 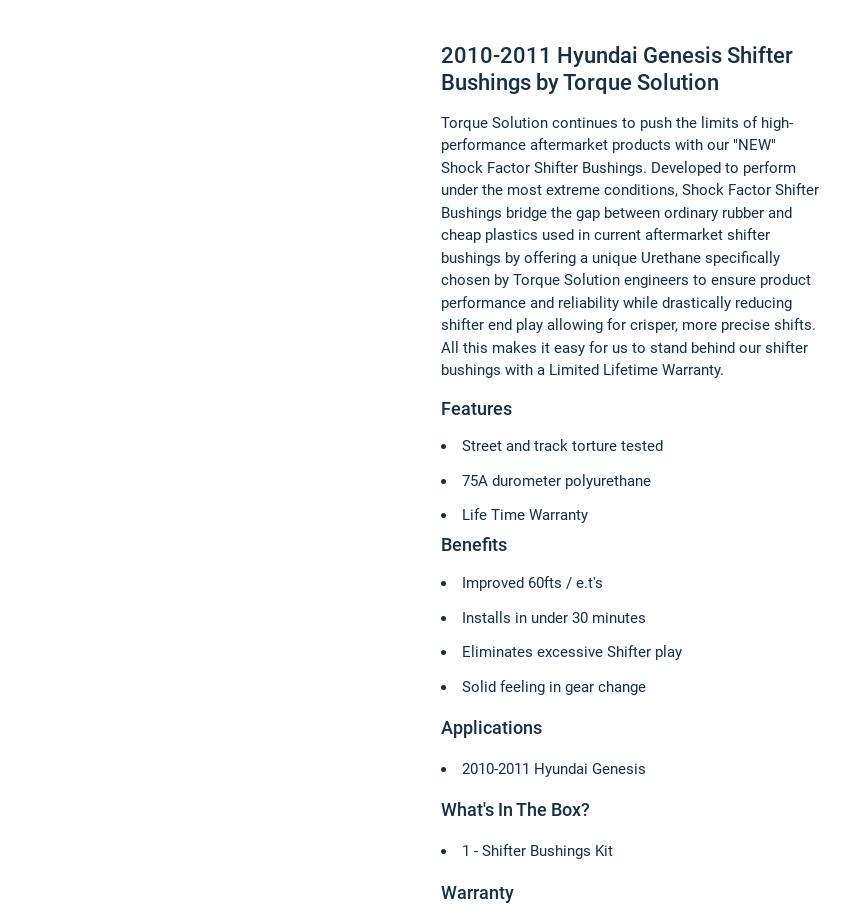 What do you see at coordinates (536, 849) in the screenshot?
I see `'1 - Shifter Bushings Kit'` at bounding box center [536, 849].